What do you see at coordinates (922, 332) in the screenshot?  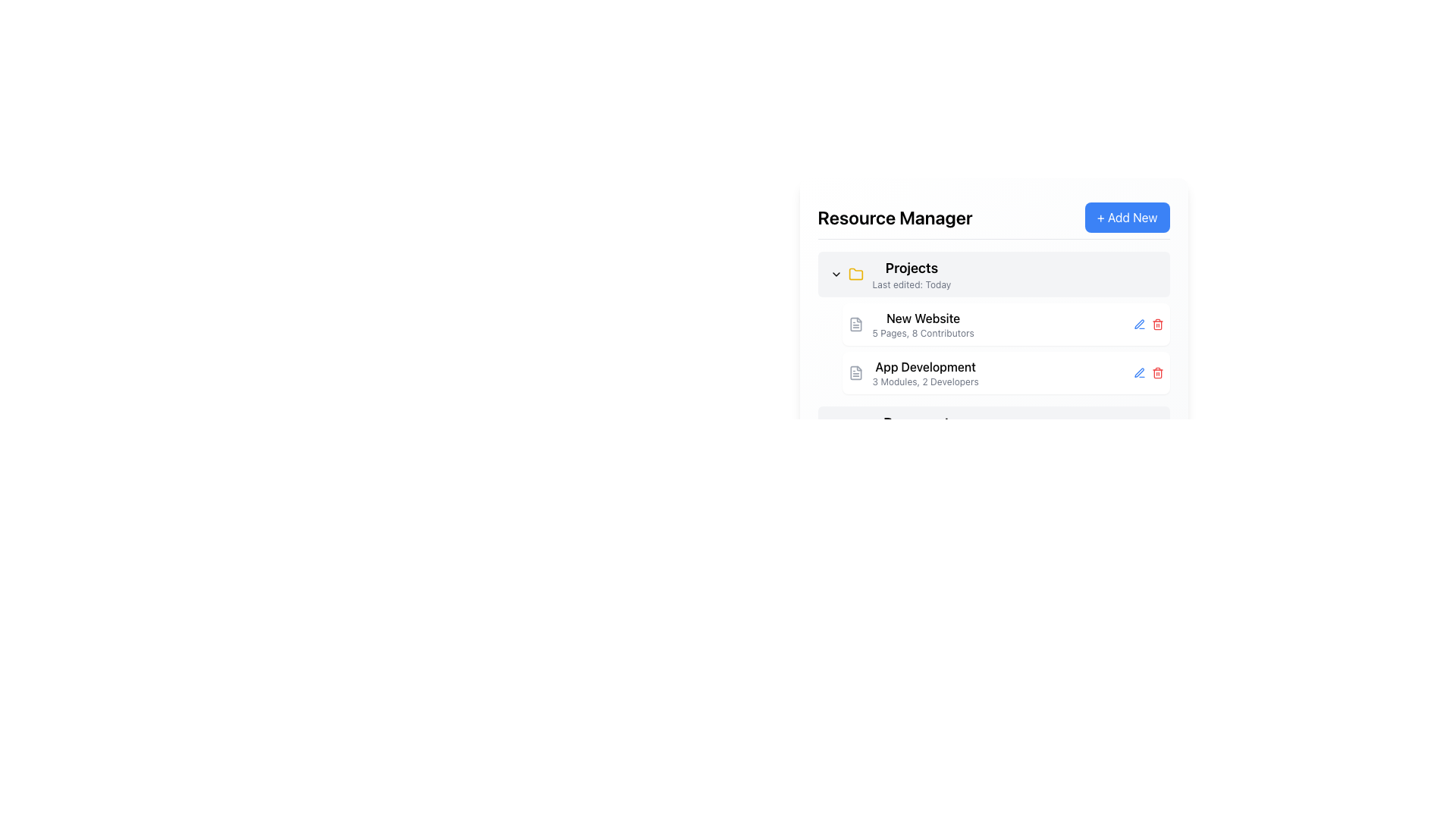 I see `the text element that provides meta-information about the 'New Website' project, located below the 'New Website' text in the 'Projects' section of the 'Resource Manager'` at bounding box center [922, 332].